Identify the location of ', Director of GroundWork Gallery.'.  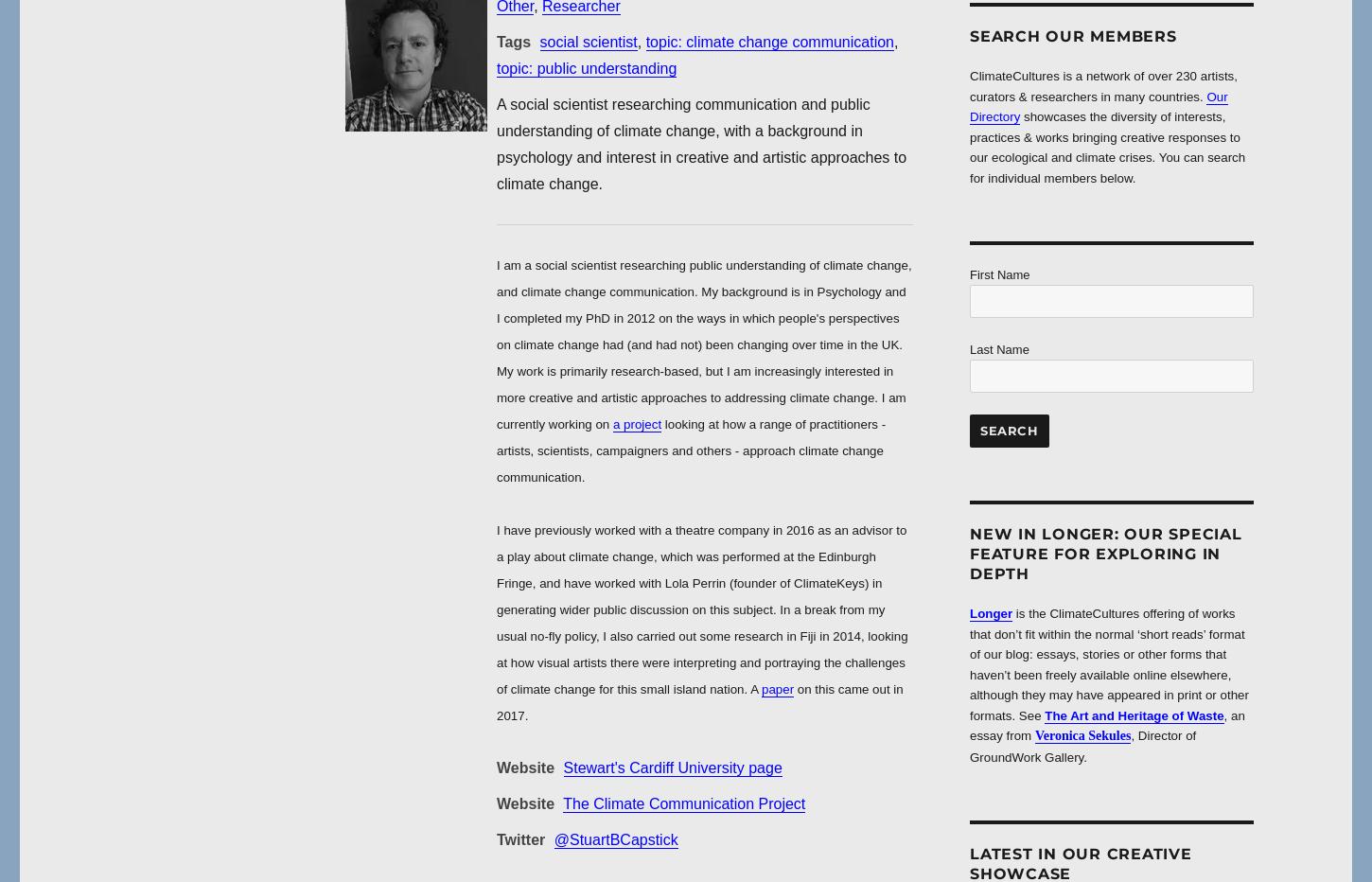
(1082, 746).